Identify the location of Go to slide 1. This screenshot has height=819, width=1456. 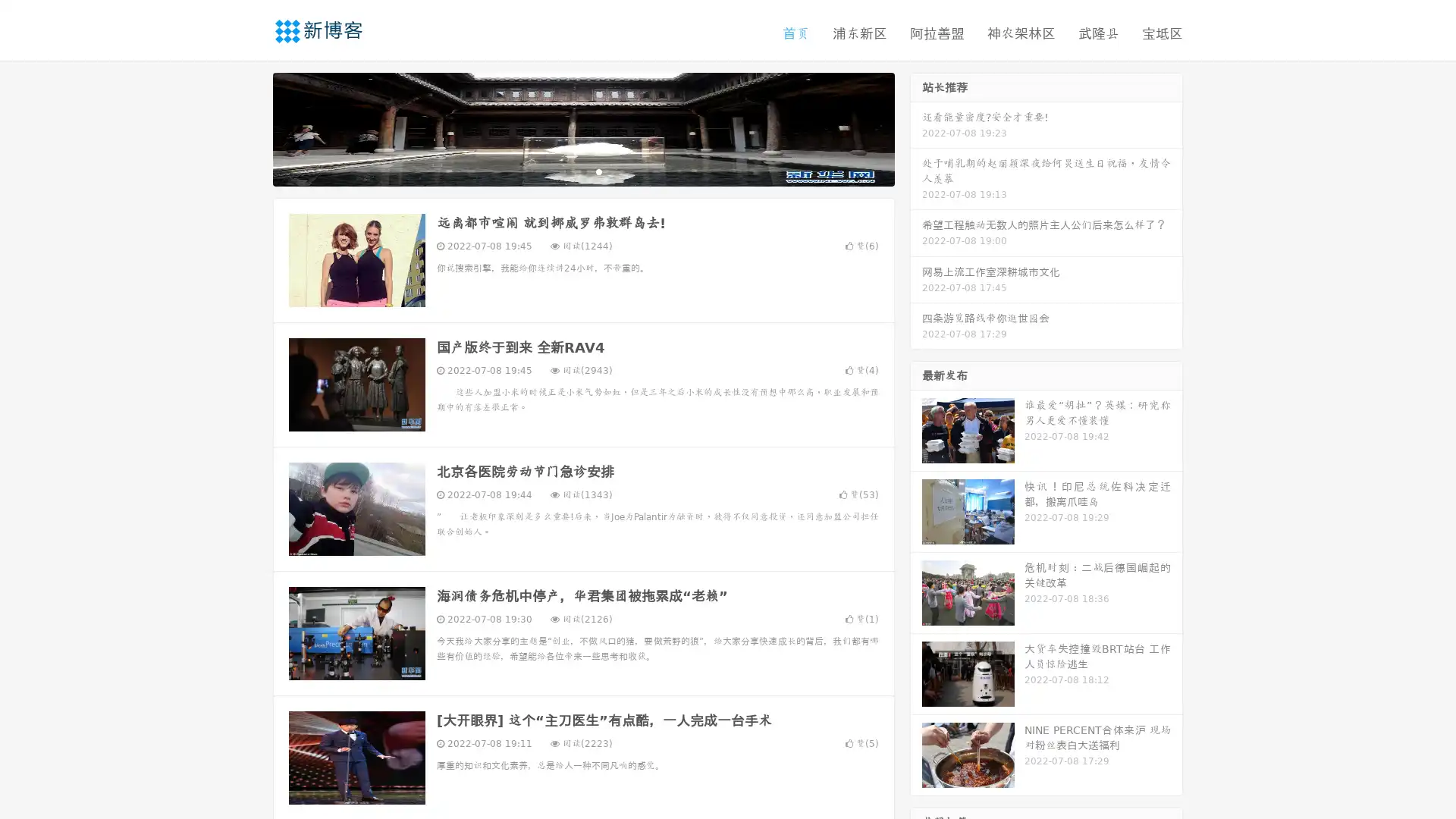
(567, 171).